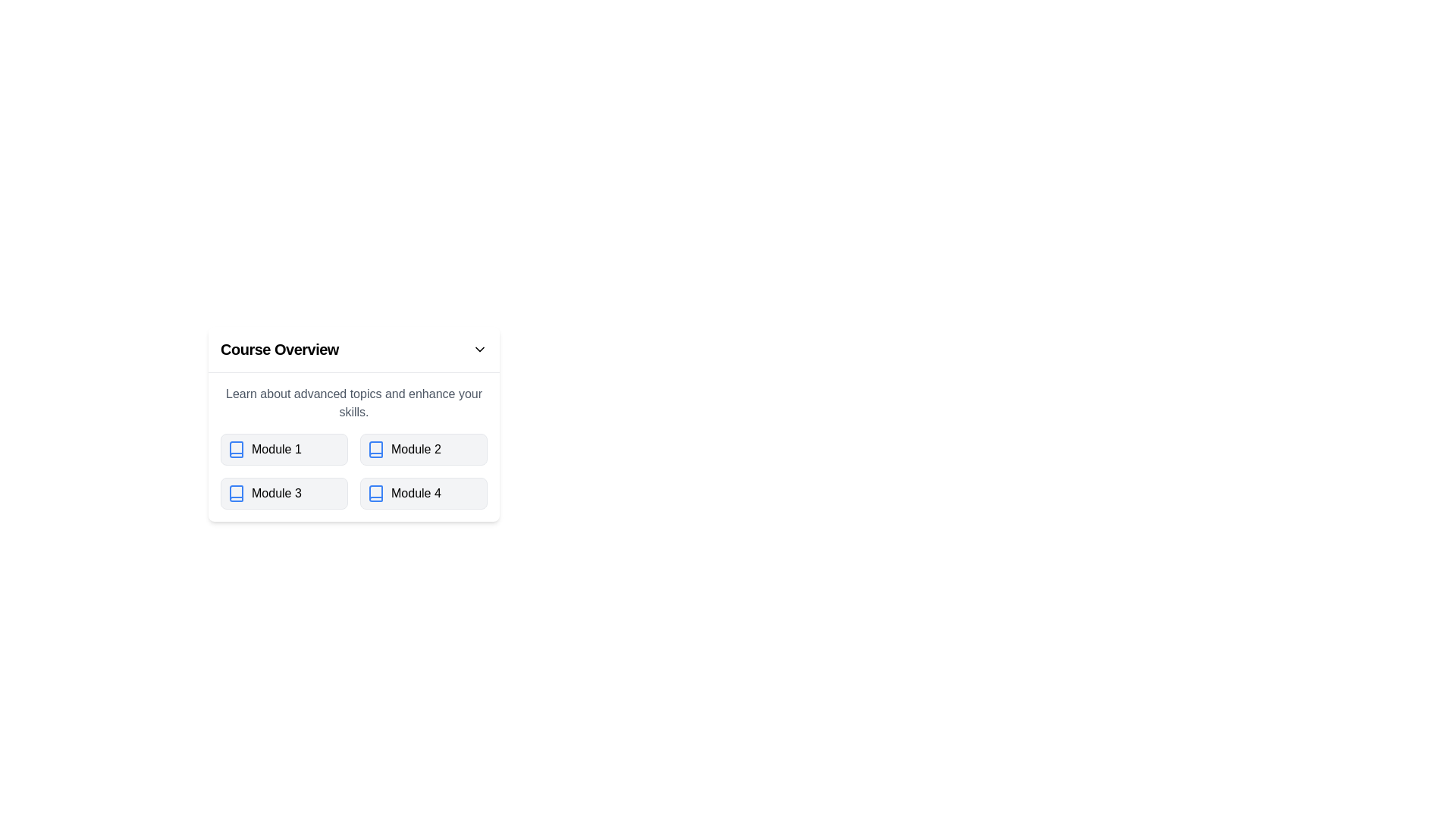 The image size is (1456, 819). Describe the element at coordinates (236, 494) in the screenshot. I see `the icon resembling a booklet, which is located to the left of the 'Module 3' text label` at that location.